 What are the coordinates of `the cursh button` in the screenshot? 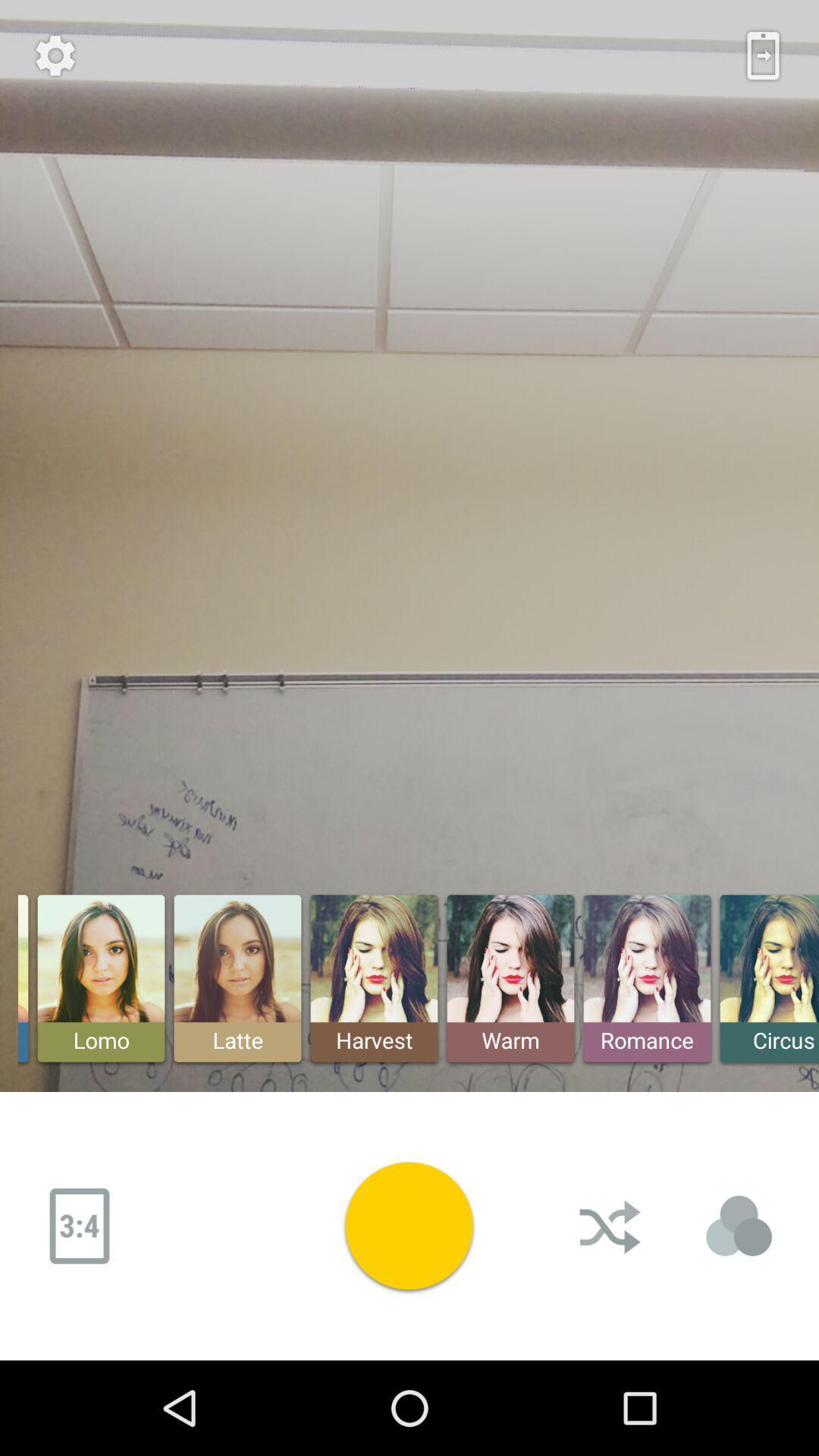 It's located at (610, 1226).